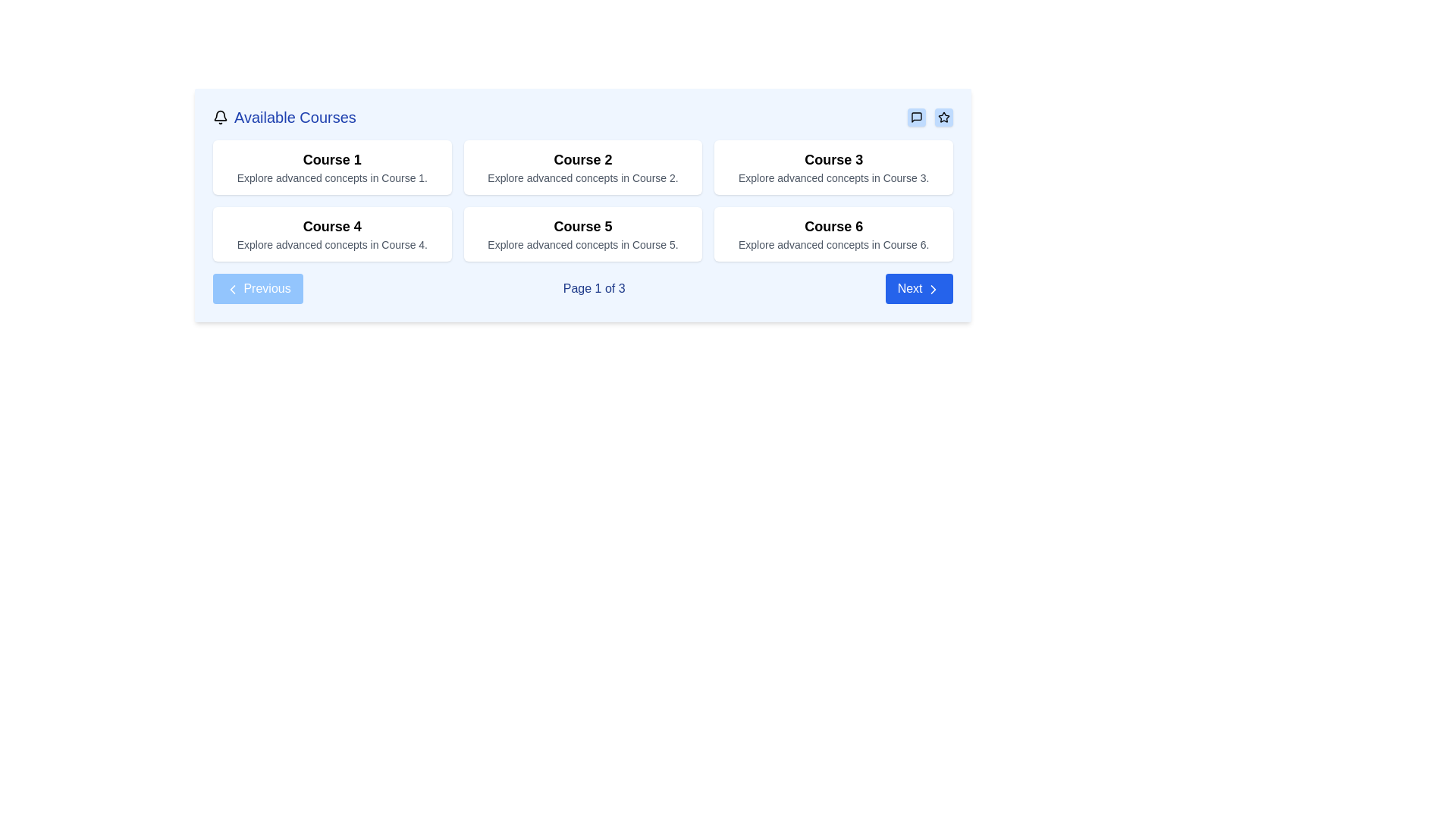 The width and height of the screenshot is (1456, 819). What do you see at coordinates (916, 116) in the screenshot?
I see `the chat or speech bubble icon with a blue-tinted background located at the top-right corner of the main content card` at bounding box center [916, 116].